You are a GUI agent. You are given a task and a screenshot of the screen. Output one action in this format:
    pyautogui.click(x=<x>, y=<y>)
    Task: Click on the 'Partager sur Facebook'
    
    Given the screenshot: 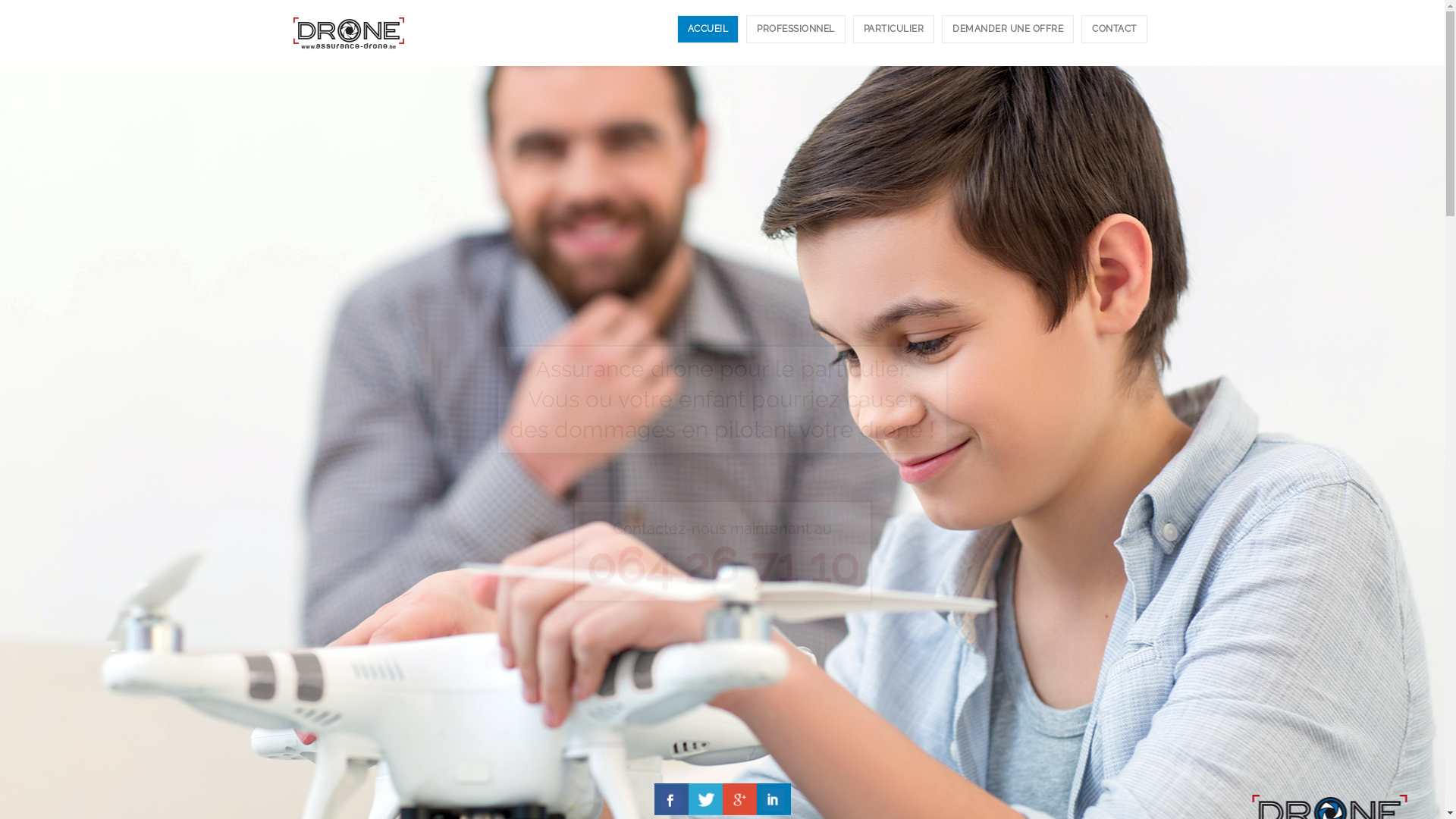 What is the action you would take?
    pyautogui.click(x=670, y=798)
    